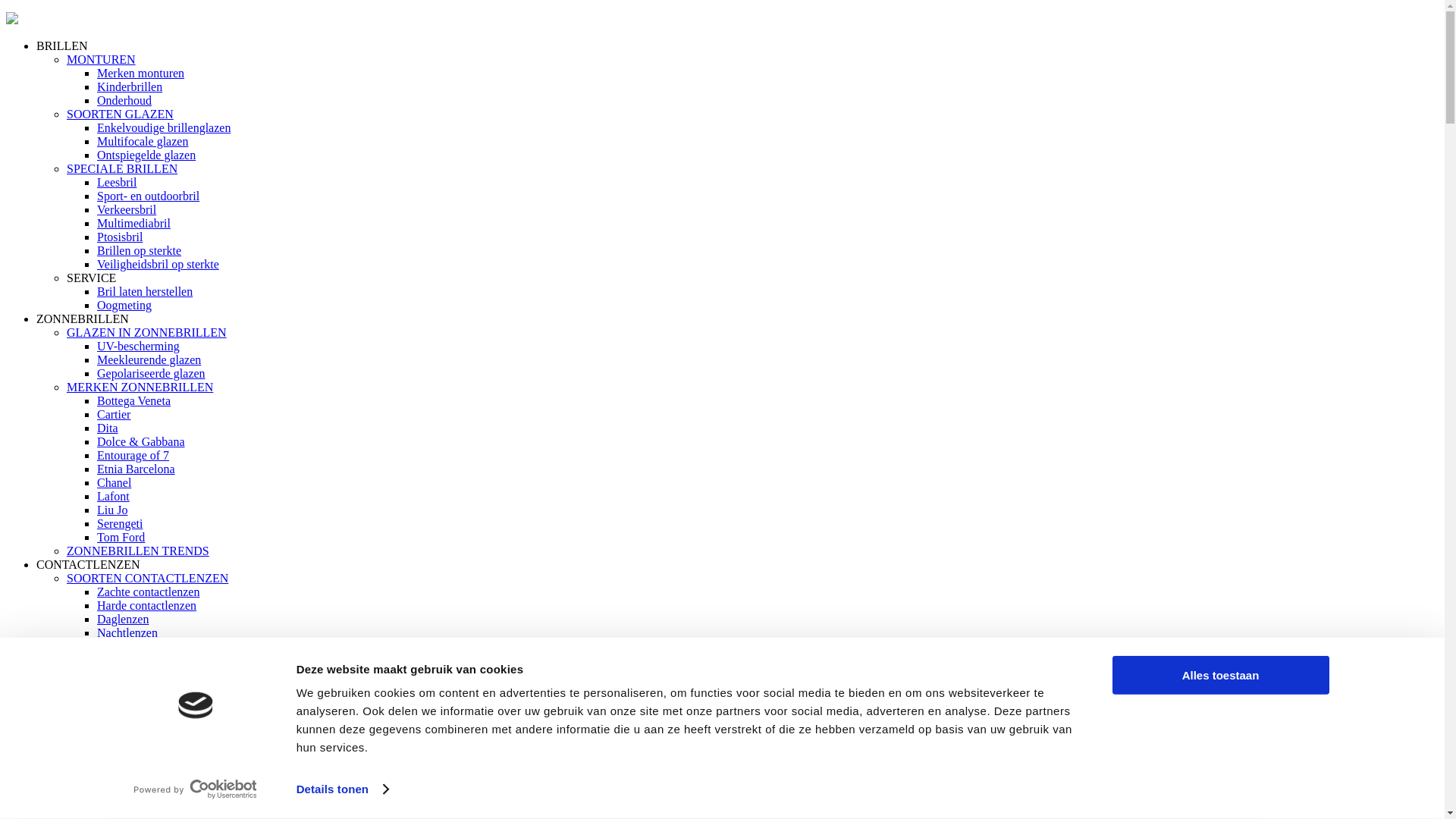 Image resolution: width=1456 pixels, height=819 pixels. What do you see at coordinates (135, 687) in the screenshot?
I see `'Torische lenzen'` at bounding box center [135, 687].